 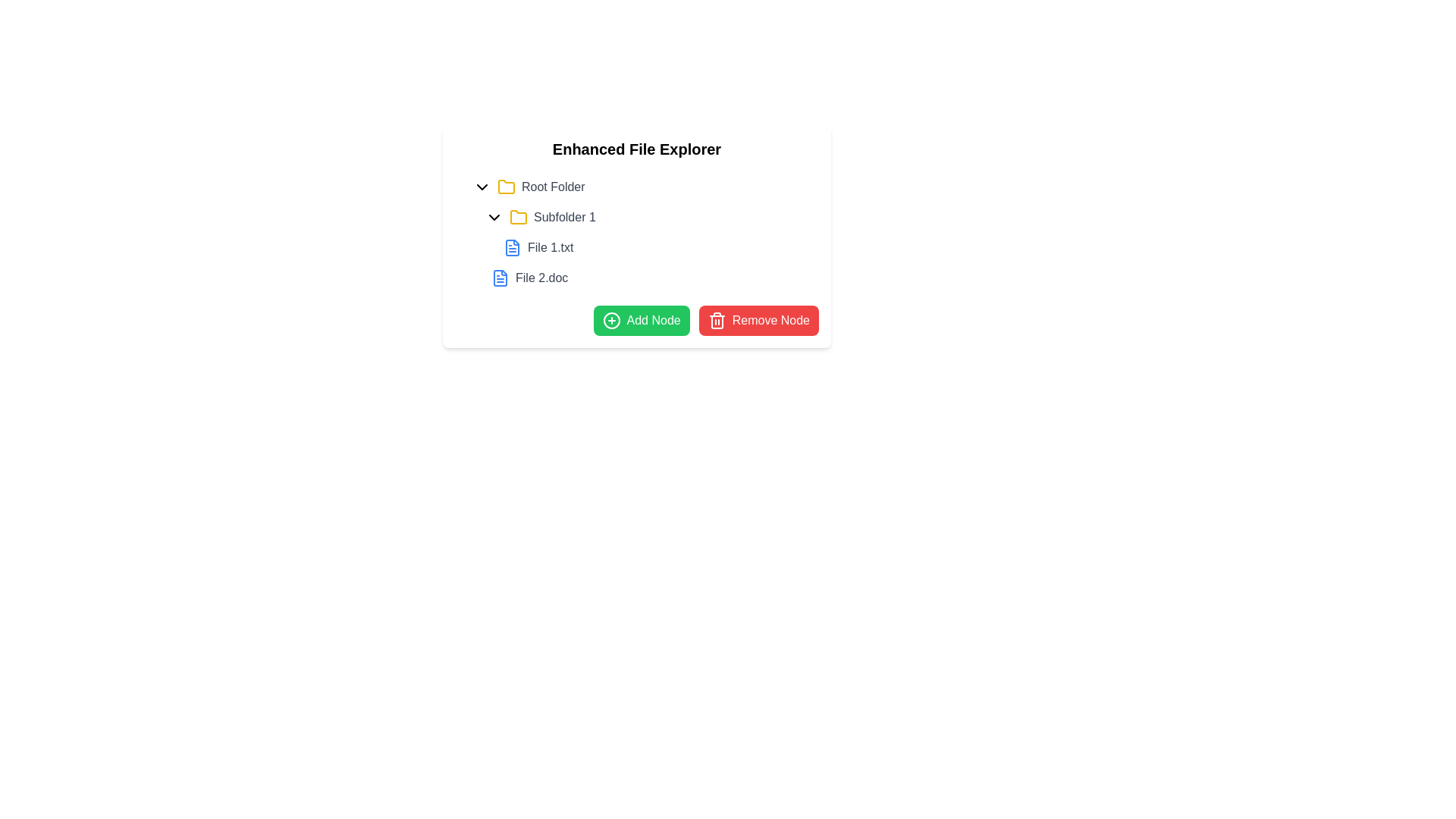 What do you see at coordinates (637, 149) in the screenshot?
I see `the Header text element at the top of the file explorer interface, which serves as the title for the section` at bounding box center [637, 149].